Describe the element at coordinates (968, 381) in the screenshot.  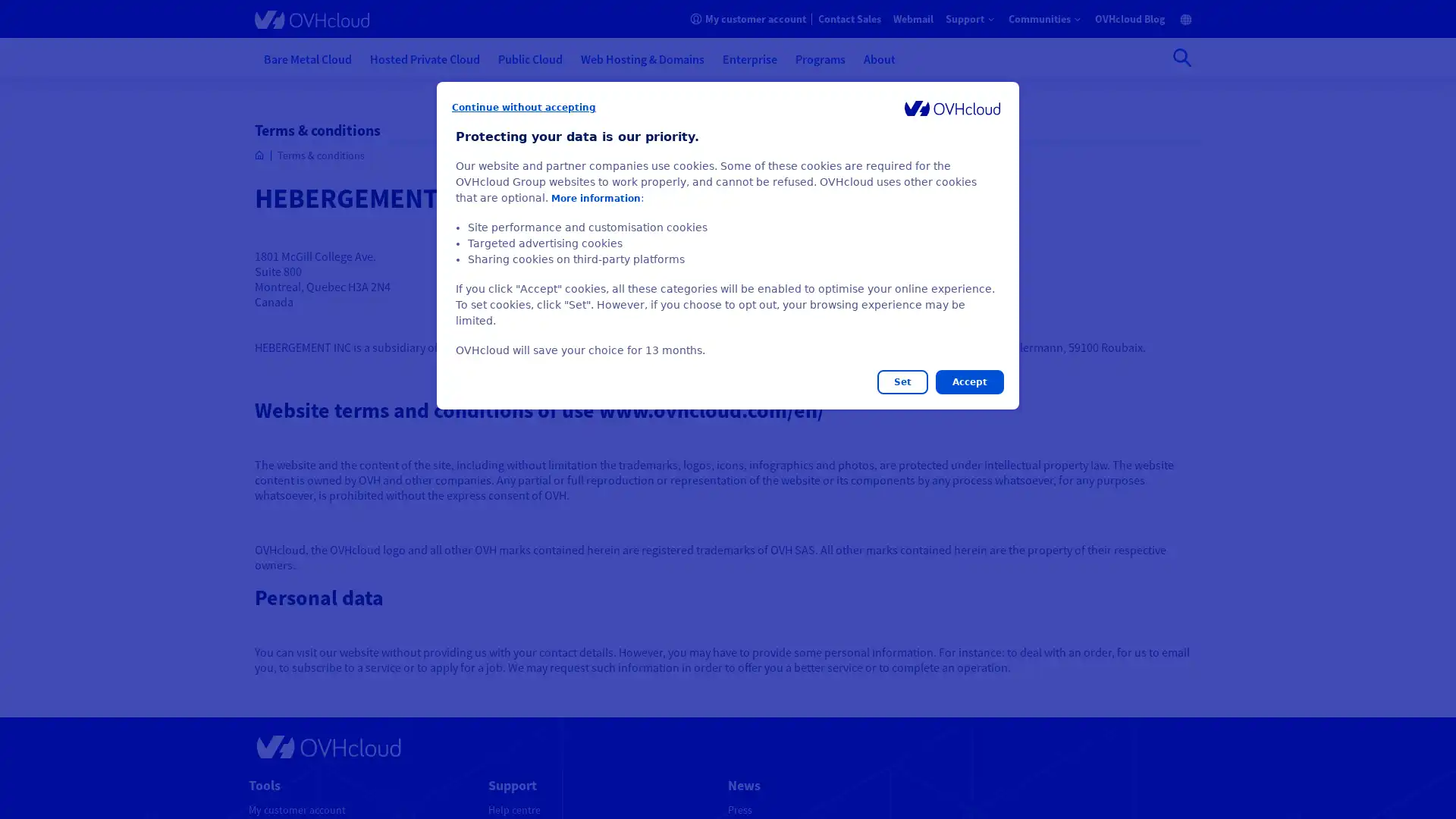
I see `Accept` at that location.